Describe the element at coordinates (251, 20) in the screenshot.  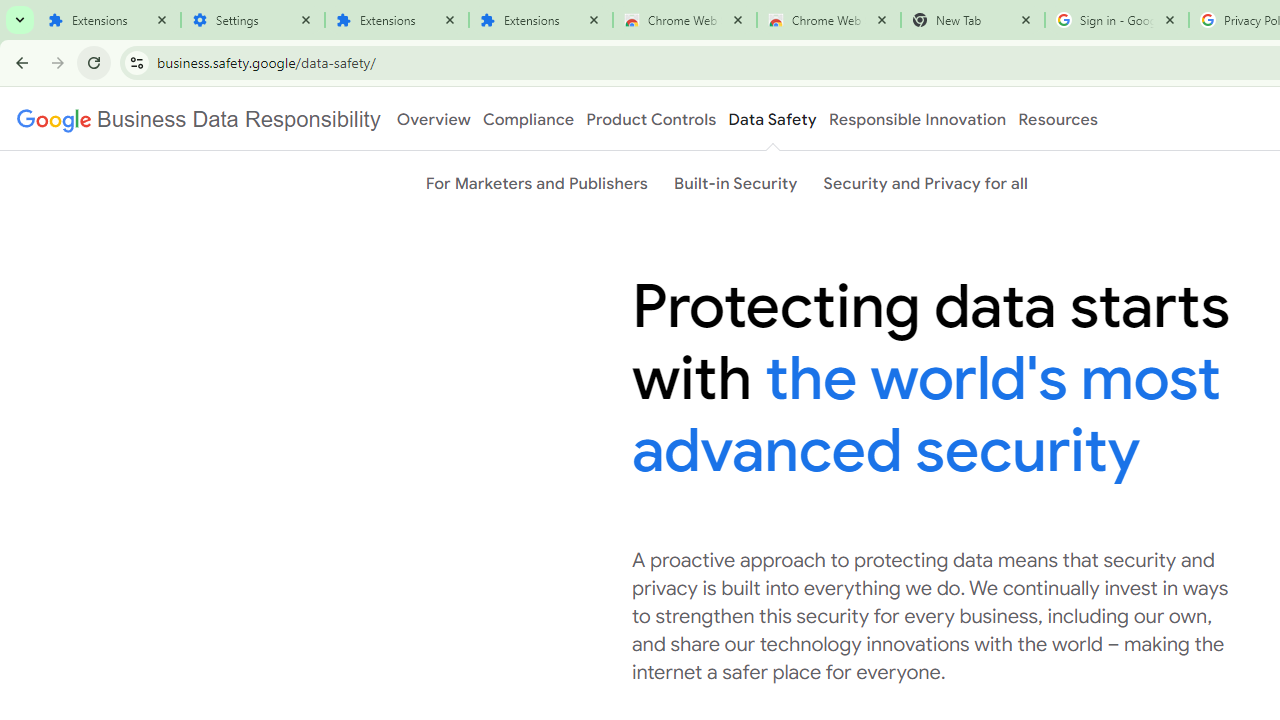
I see `'Settings'` at that location.